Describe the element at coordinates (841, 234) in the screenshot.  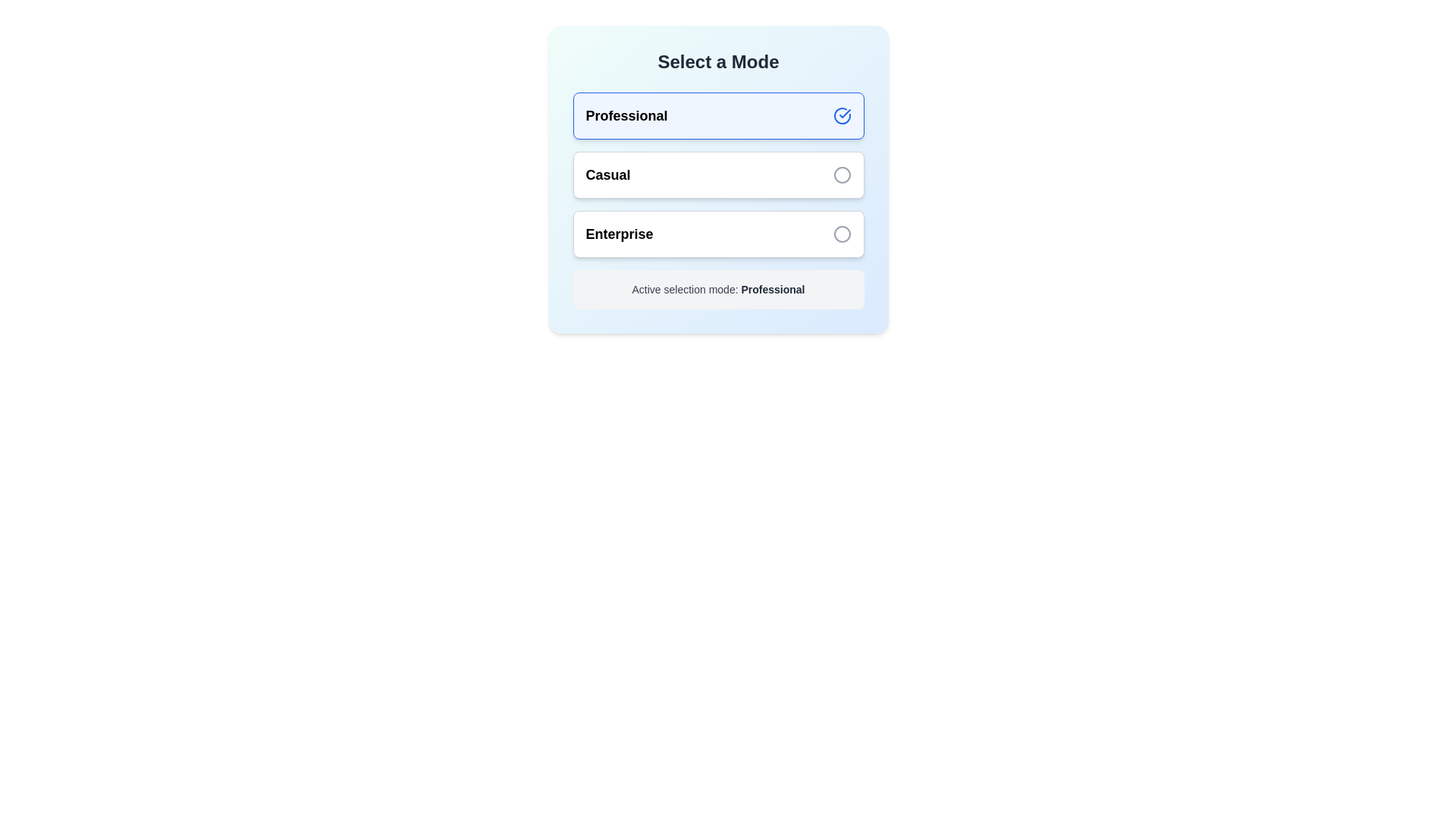
I see `the circular radio button in an unselected state located in the 'Enterprise' option row` at that location.